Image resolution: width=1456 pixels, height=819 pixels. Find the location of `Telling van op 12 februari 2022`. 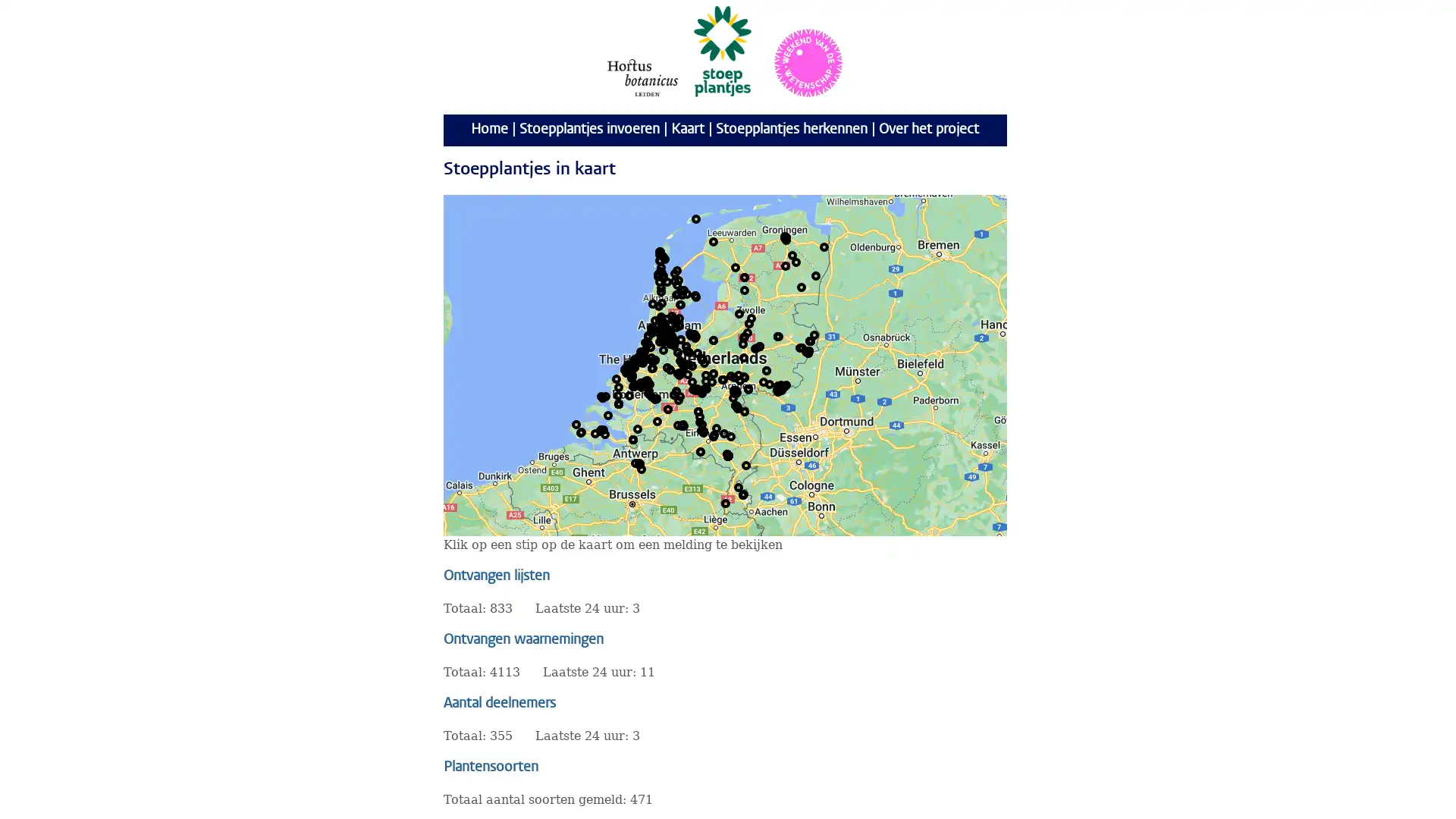

Telling van op 12 februari 2022 is located at coordinates (626, 371).